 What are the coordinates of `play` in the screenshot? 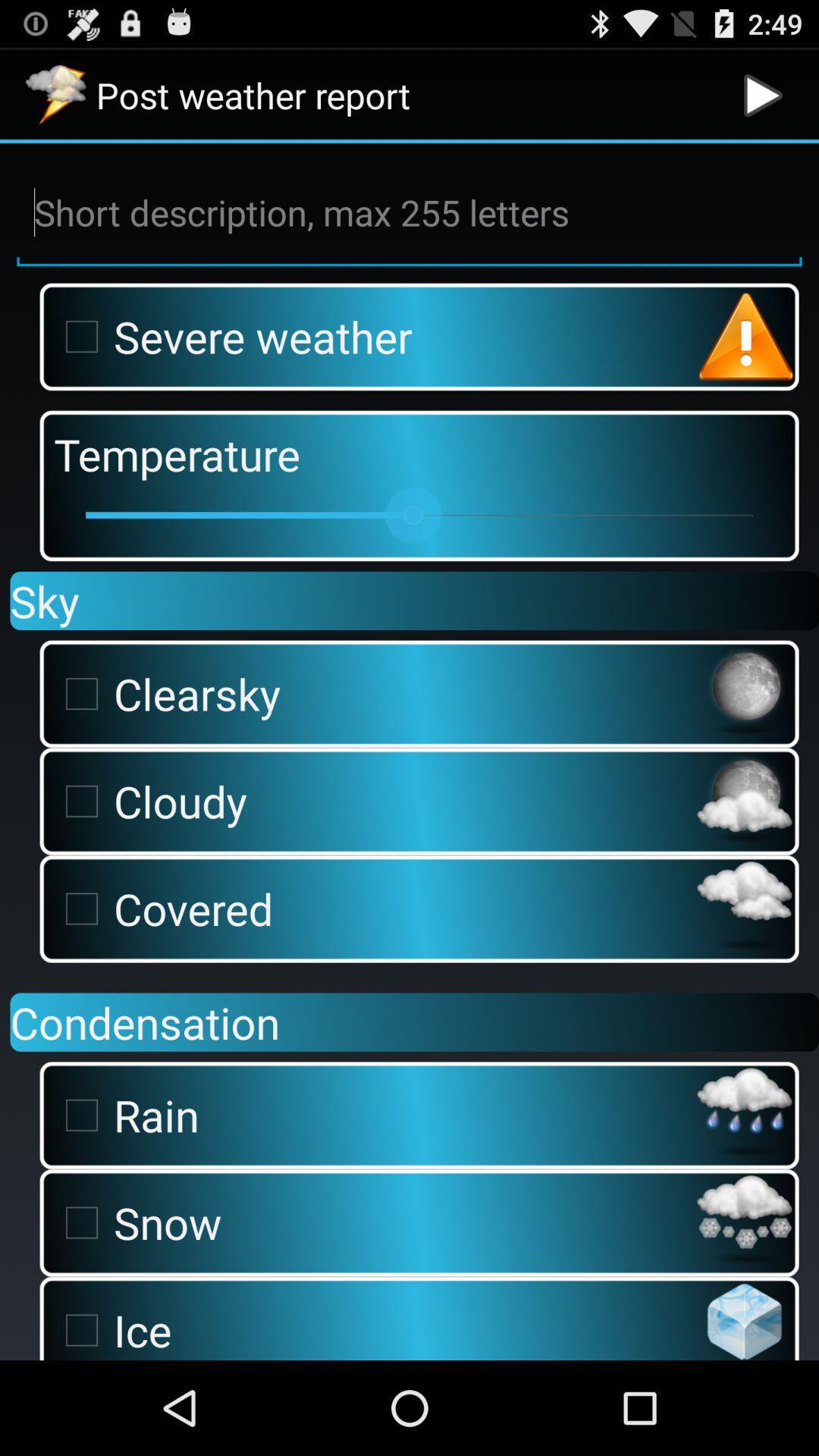 It's located at (763, 94).